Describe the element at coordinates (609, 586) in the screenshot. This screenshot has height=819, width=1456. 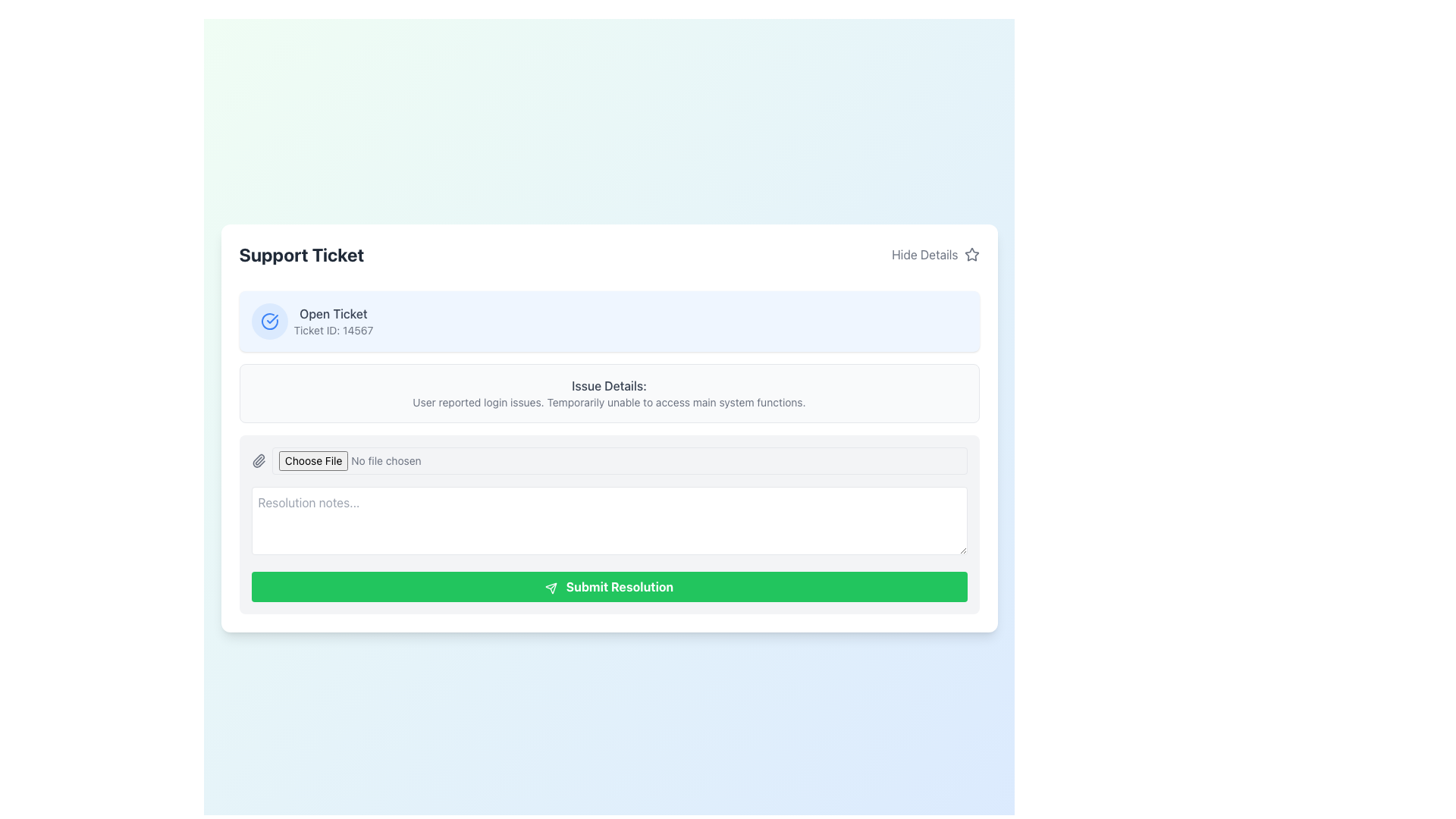
I see `the green 'Submit Resolution' button with a paper plane icon and white text to trigger hover effects` at that location.